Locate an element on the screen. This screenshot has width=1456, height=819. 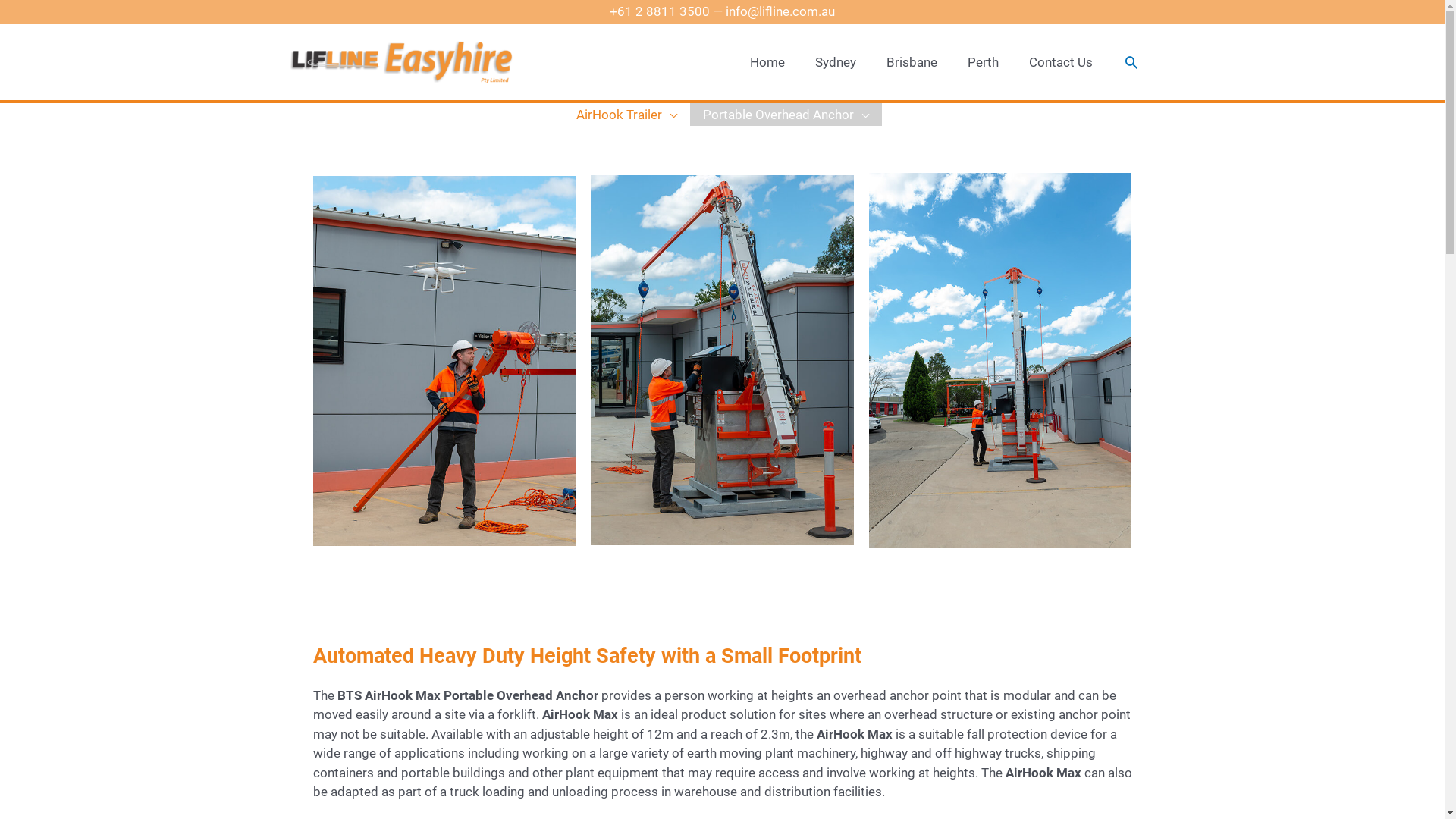
'Perth' is located at coordinates (952, 61).